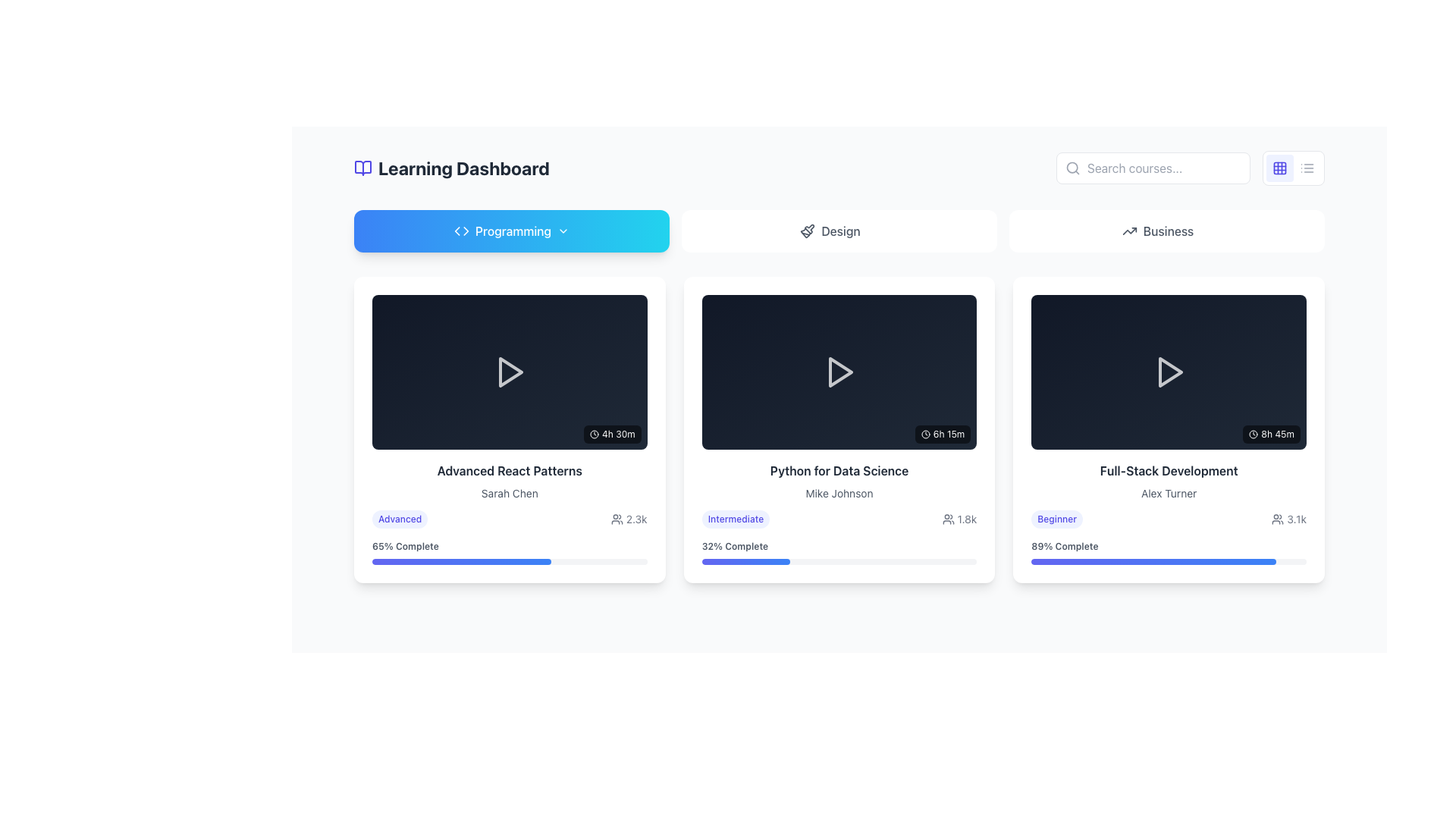 The image size is (1456, 819). I want to click on the SVG clock icon located above and to the left of the text '8h 45m' within the 'Full-Stack Development' card in the 'Business' section, so click(1254, 434).